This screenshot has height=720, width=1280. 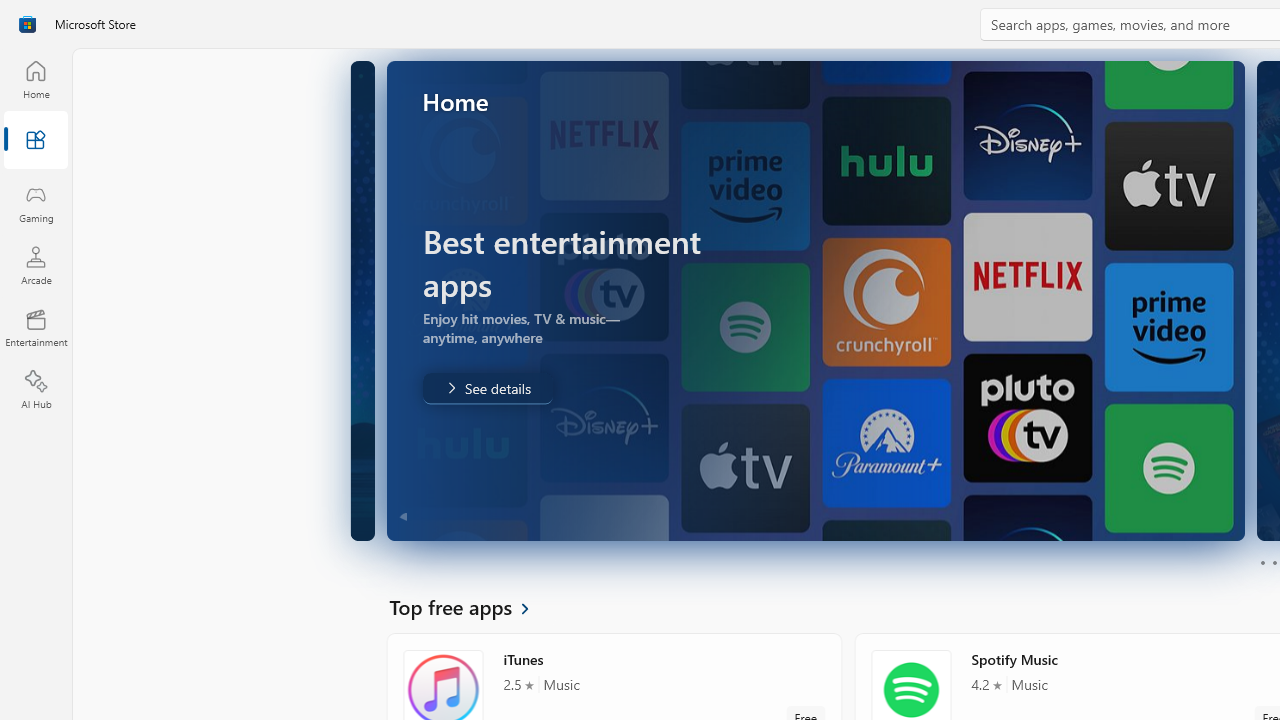 What do you see at coordinates (470, 605) in the screenshot?
I see `'See all  Top free apps'` at bounding box center [470, 605].